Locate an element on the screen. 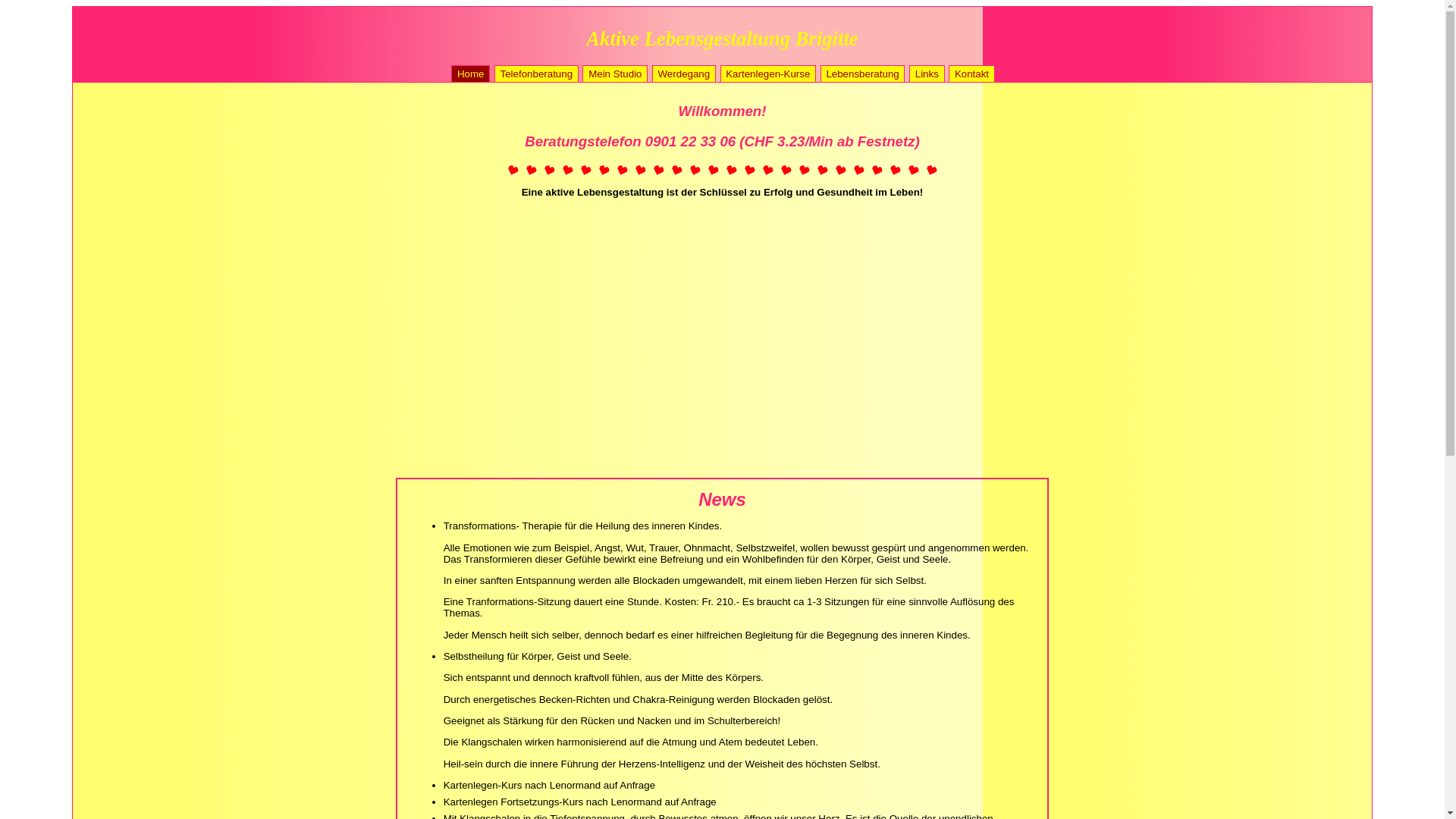 The width and height of the screenshot is (1456, 819). 'Kartenlegen-Kurse' is located at coordinates (767, 73).